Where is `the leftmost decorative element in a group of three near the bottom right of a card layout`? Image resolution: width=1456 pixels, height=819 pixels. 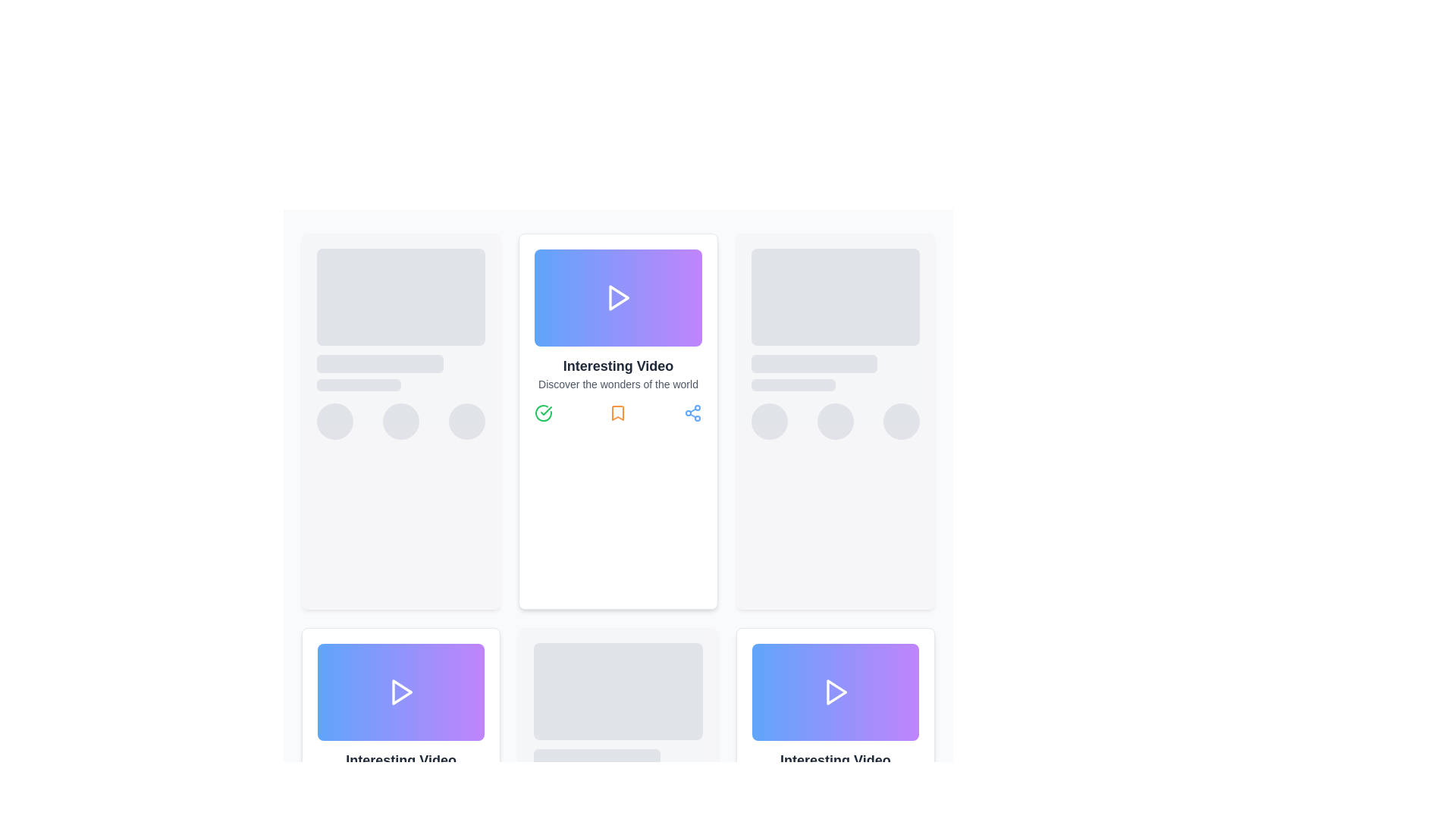
the leftmost decorative element in a group of three near the bottom right of a card layout is located at coordinates (769, 421).